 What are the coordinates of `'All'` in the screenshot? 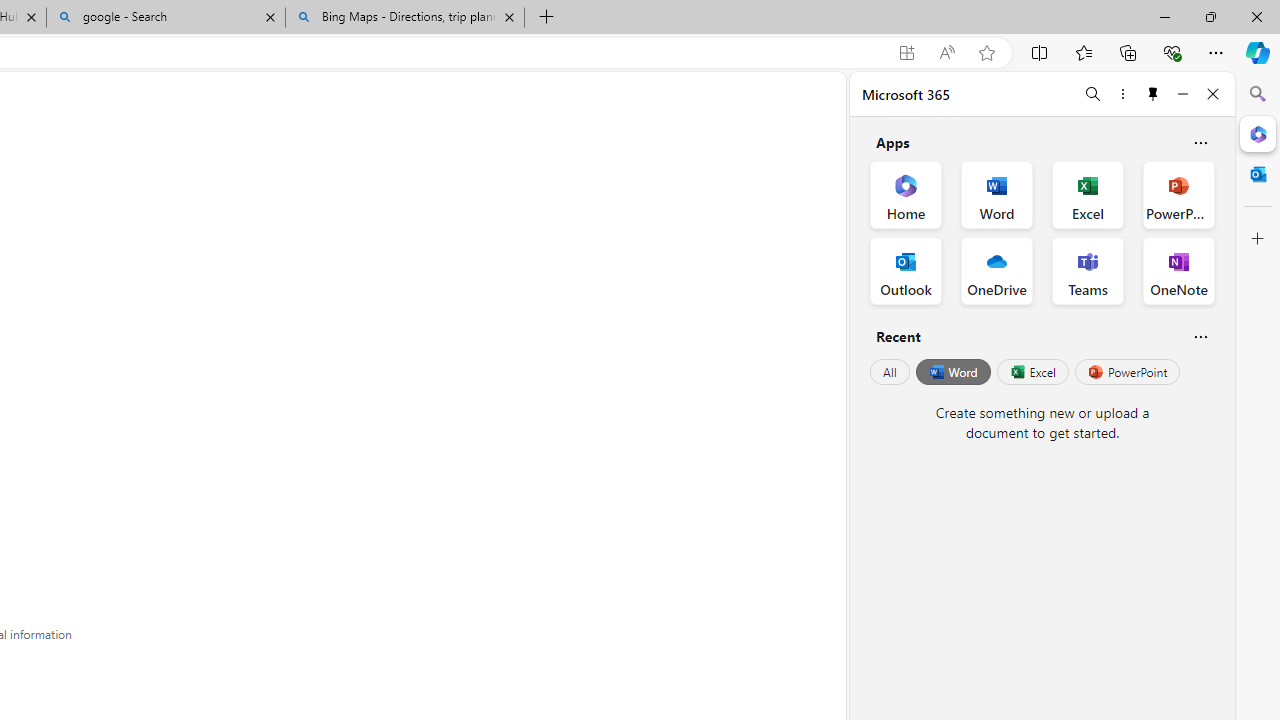 It's located at (889, 372).